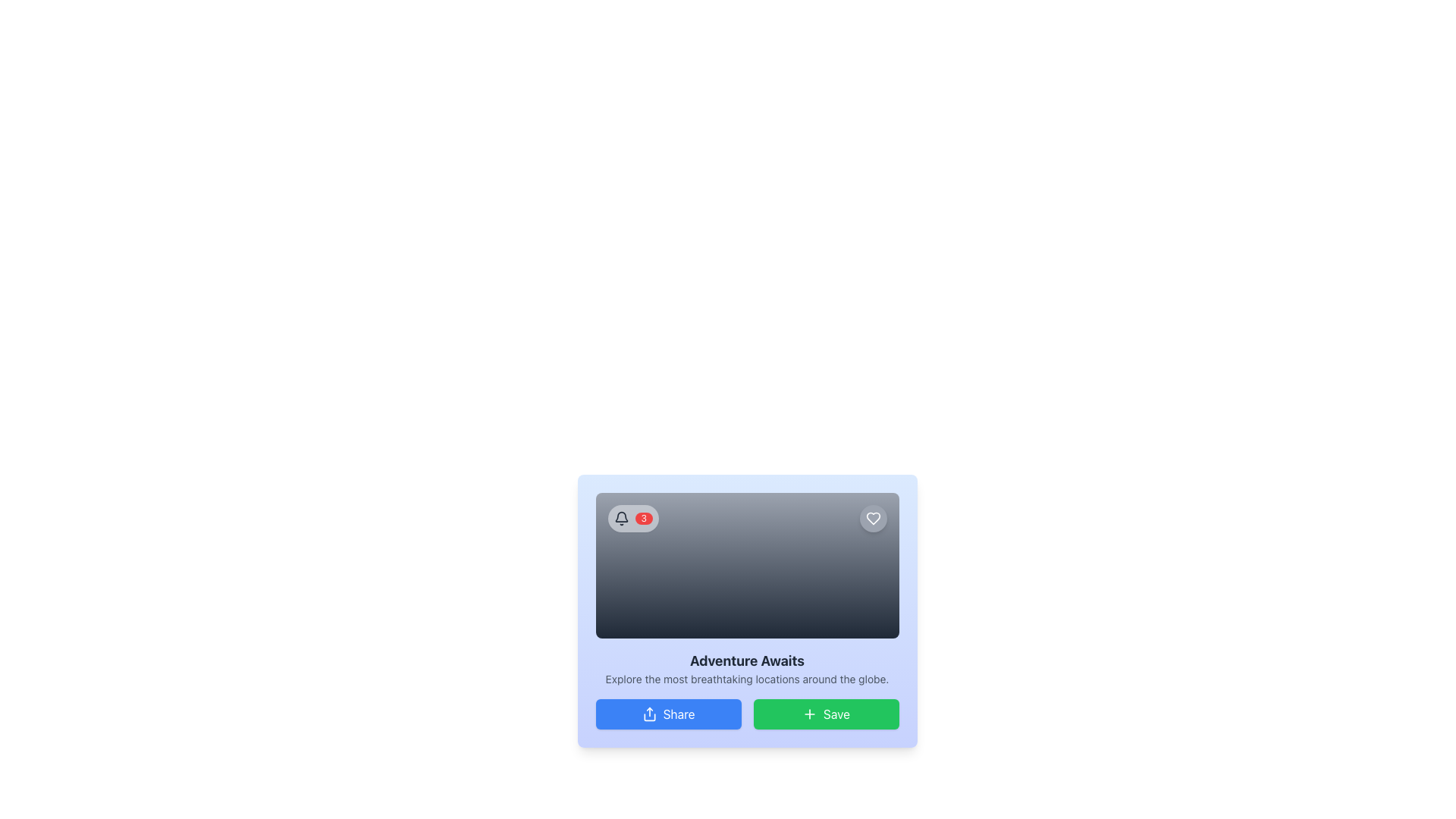 This screenshot has height=819, width=1456. What do you see at coordinates (633, 517) in the screenshot?
I see `the Notification Badge located at the top-left corner of the gradient-colored card that indicates the count of notifications or alerts` at bounding box center [633, 517].